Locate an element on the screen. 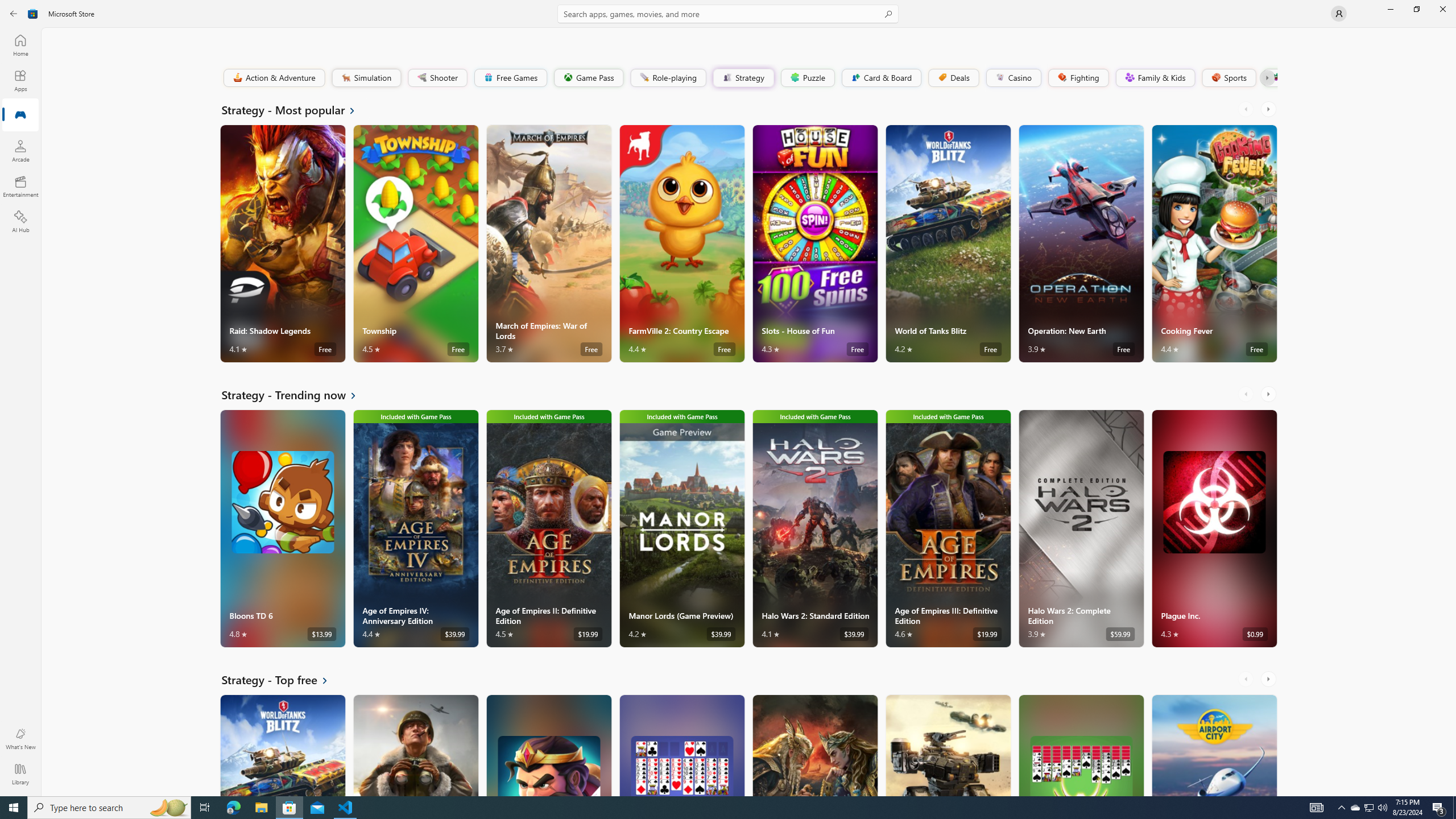  'Family & Kids' is located at coordinates (1155, 77).